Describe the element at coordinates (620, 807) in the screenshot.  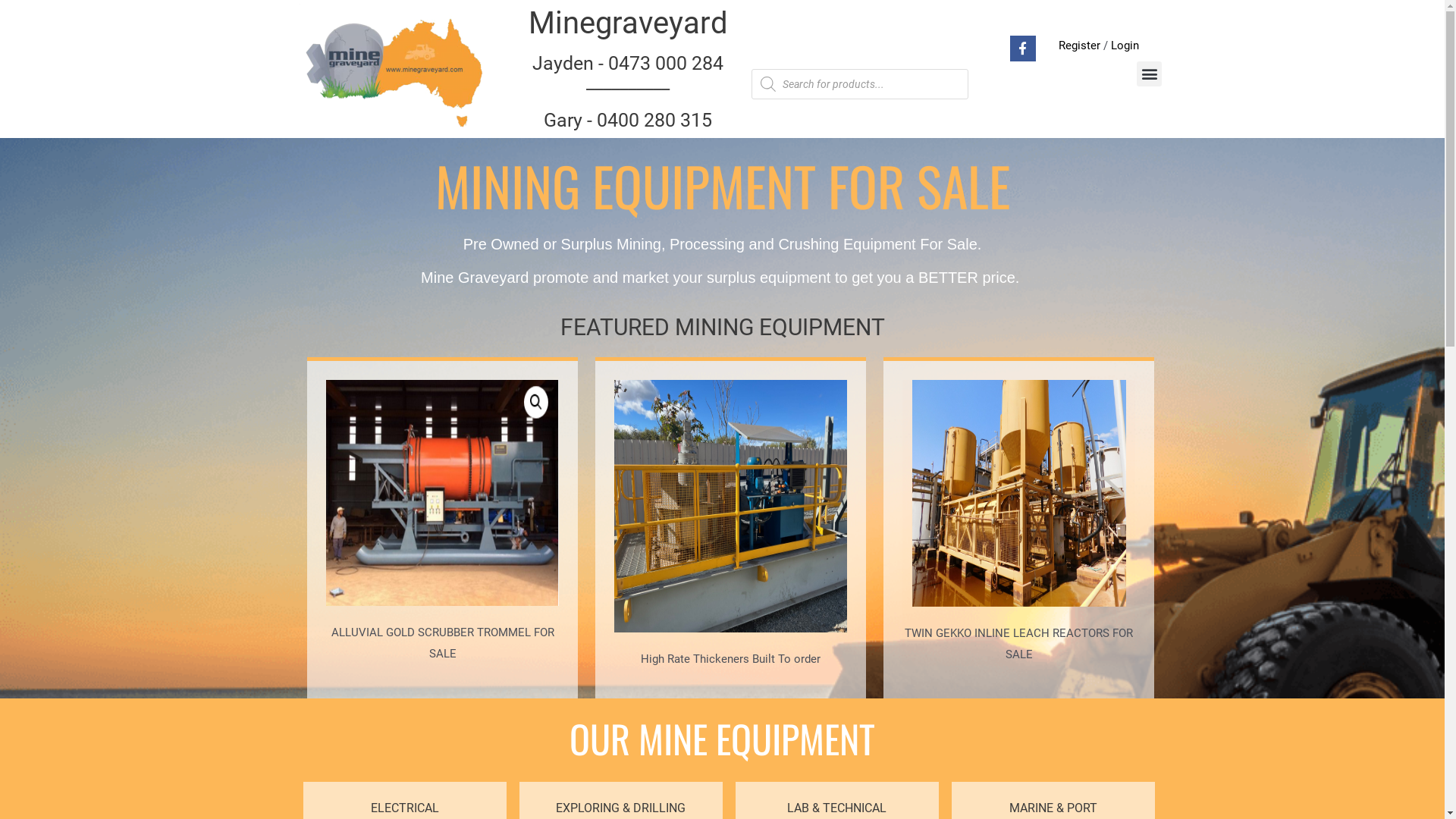
I see `'EXPLORING & DRILLING'` at that location.